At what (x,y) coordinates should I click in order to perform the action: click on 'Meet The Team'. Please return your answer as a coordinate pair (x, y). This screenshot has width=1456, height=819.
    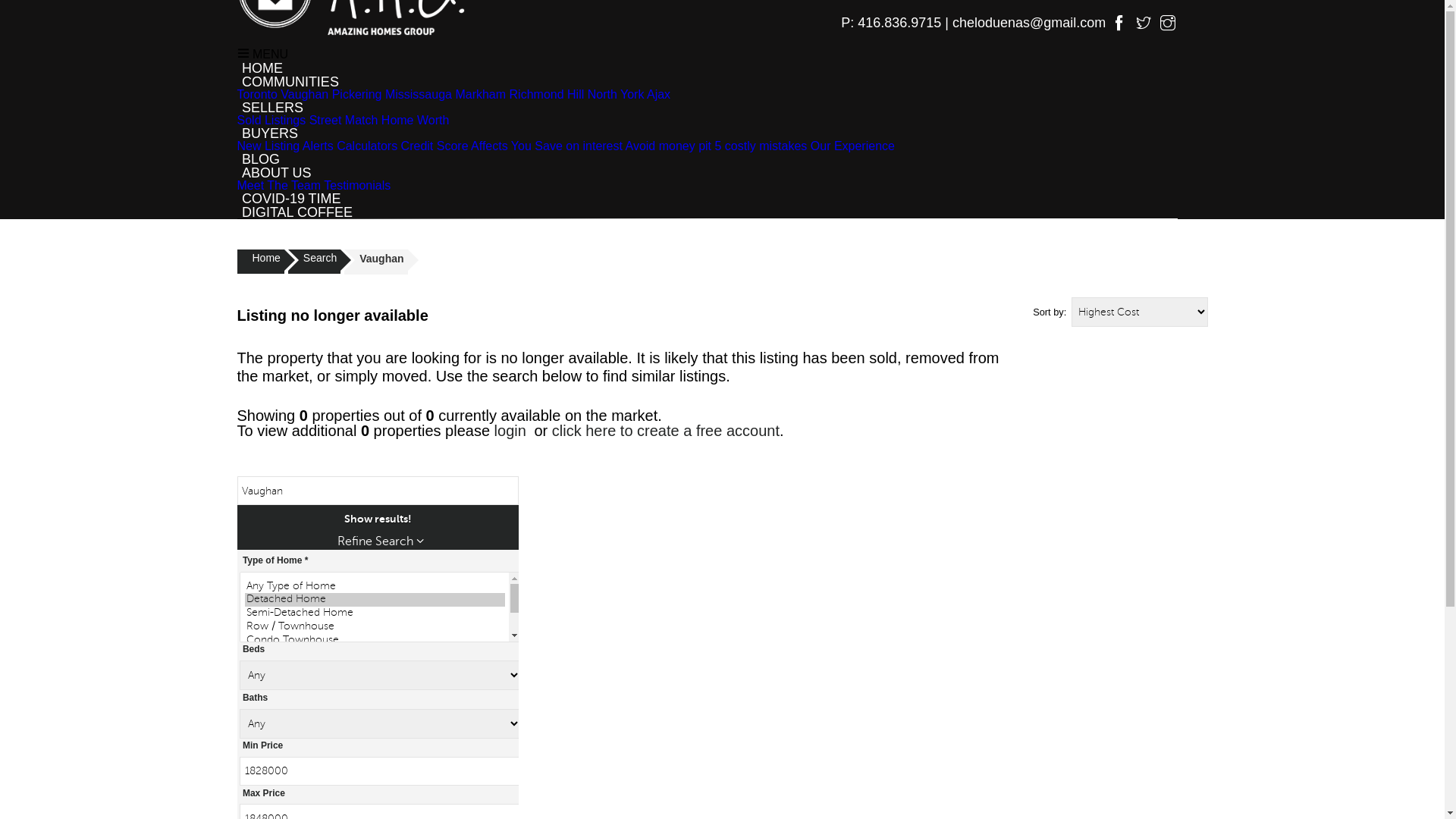
    Looking at the image, I should click on (278, 184).